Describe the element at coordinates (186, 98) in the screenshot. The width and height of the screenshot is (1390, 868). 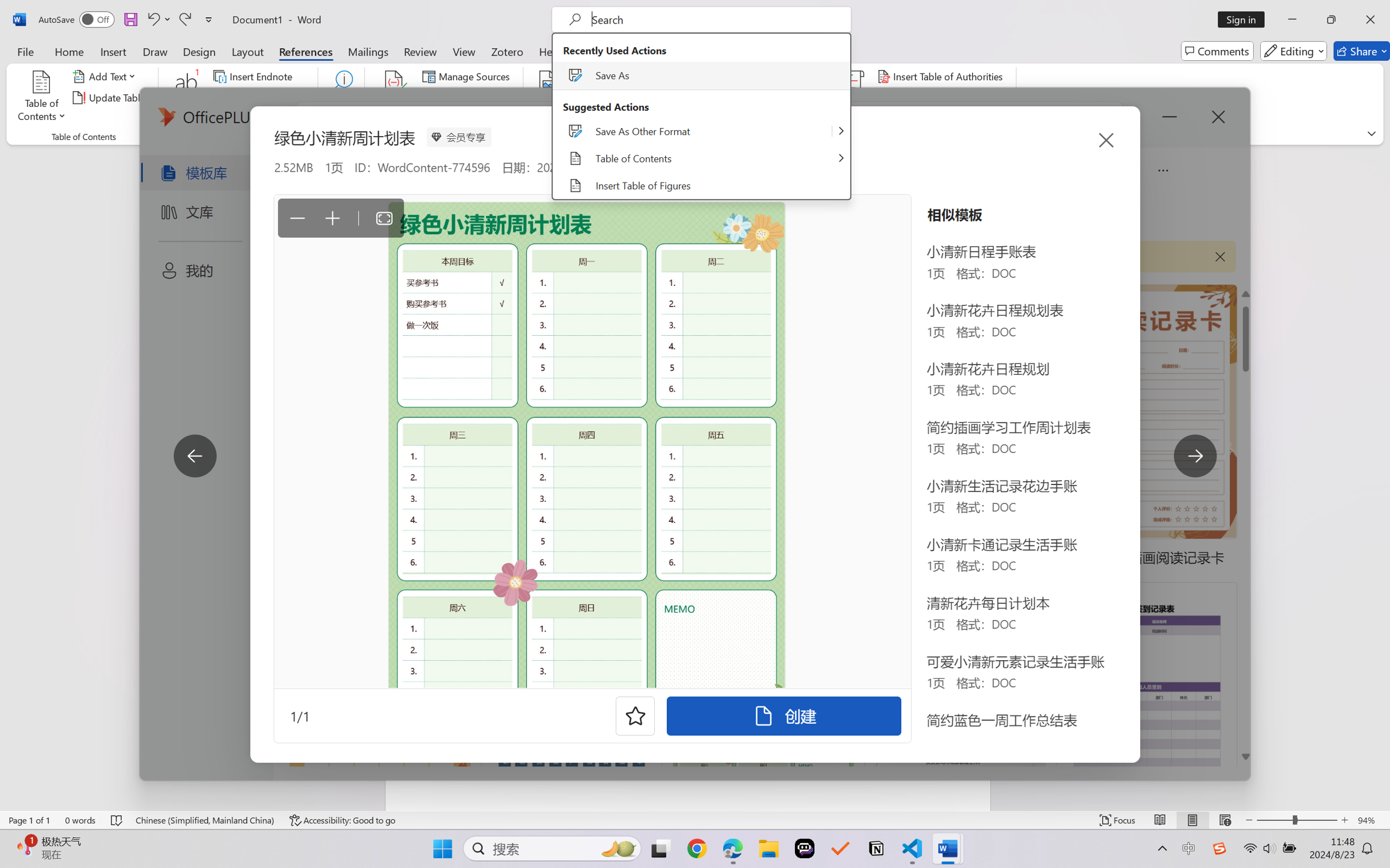
I see `'Insert Footnote'` at that location.